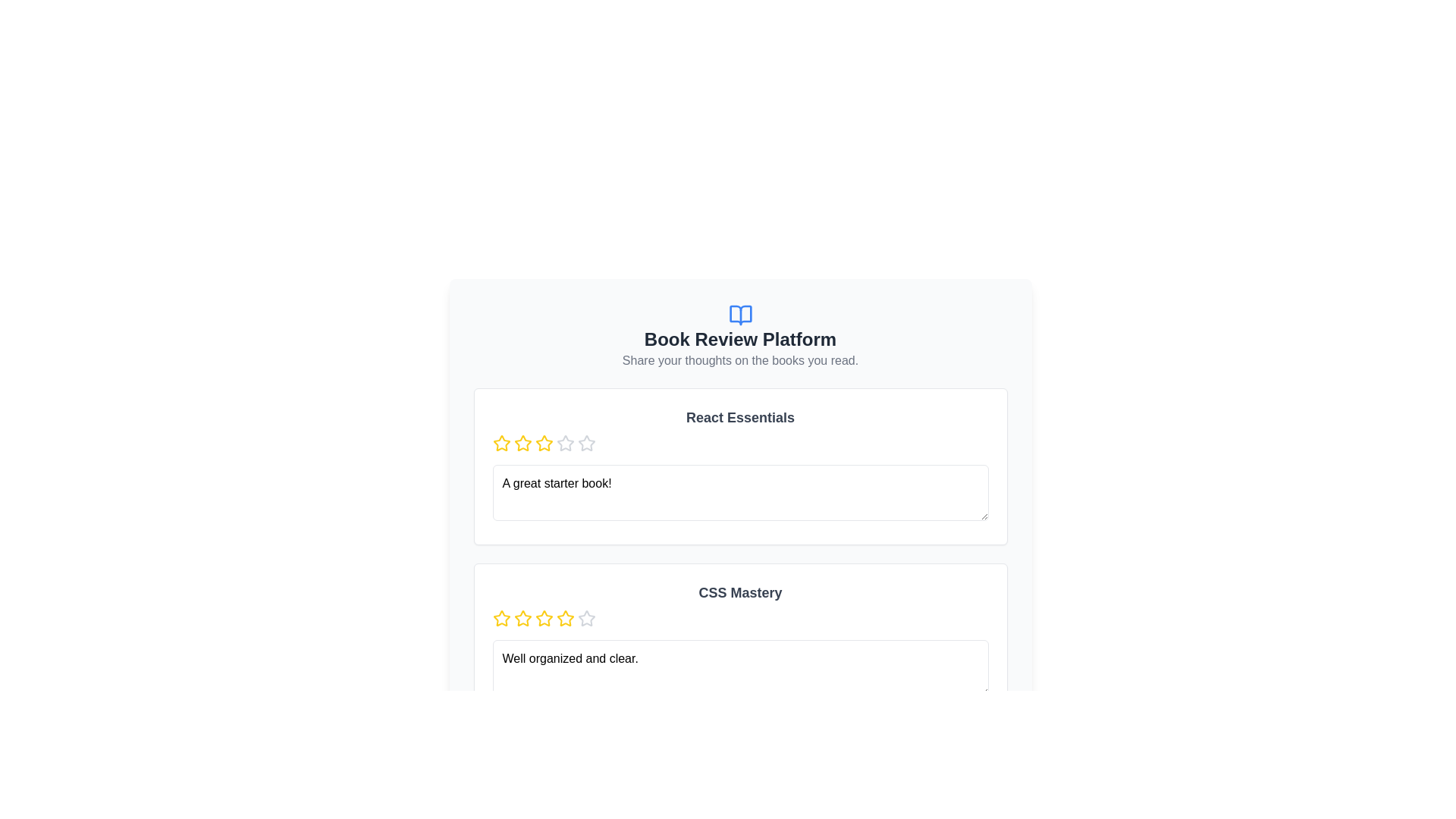 This screenshot has height=819, width=1456. I want to click on one of the interactive stars in the Rating component located below the 'CSS Mastery' title and above the comment area, so click(740, 619).